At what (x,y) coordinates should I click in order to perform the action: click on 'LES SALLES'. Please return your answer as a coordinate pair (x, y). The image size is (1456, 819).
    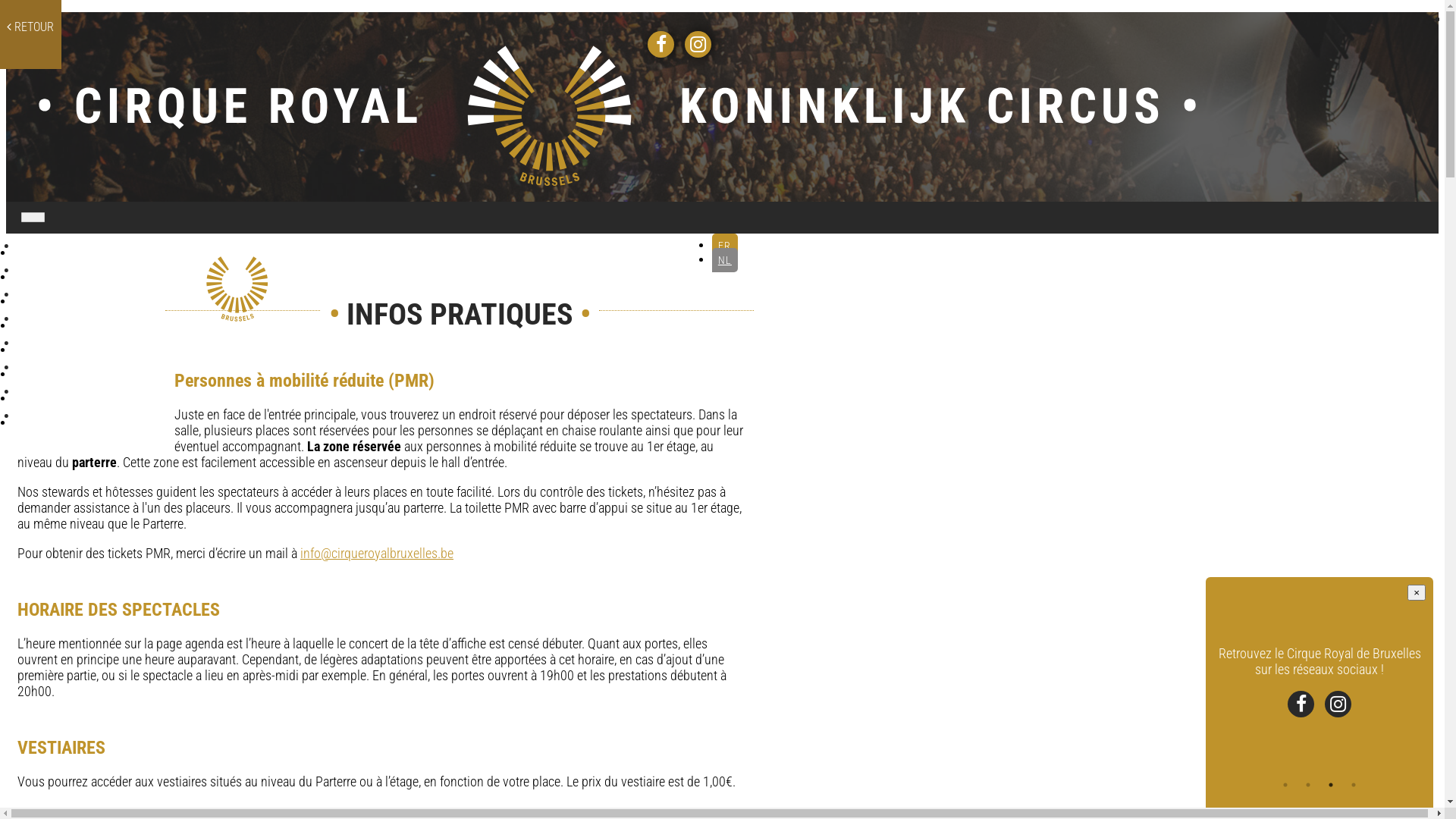
    Looking at the image, I should click on (93, 298).